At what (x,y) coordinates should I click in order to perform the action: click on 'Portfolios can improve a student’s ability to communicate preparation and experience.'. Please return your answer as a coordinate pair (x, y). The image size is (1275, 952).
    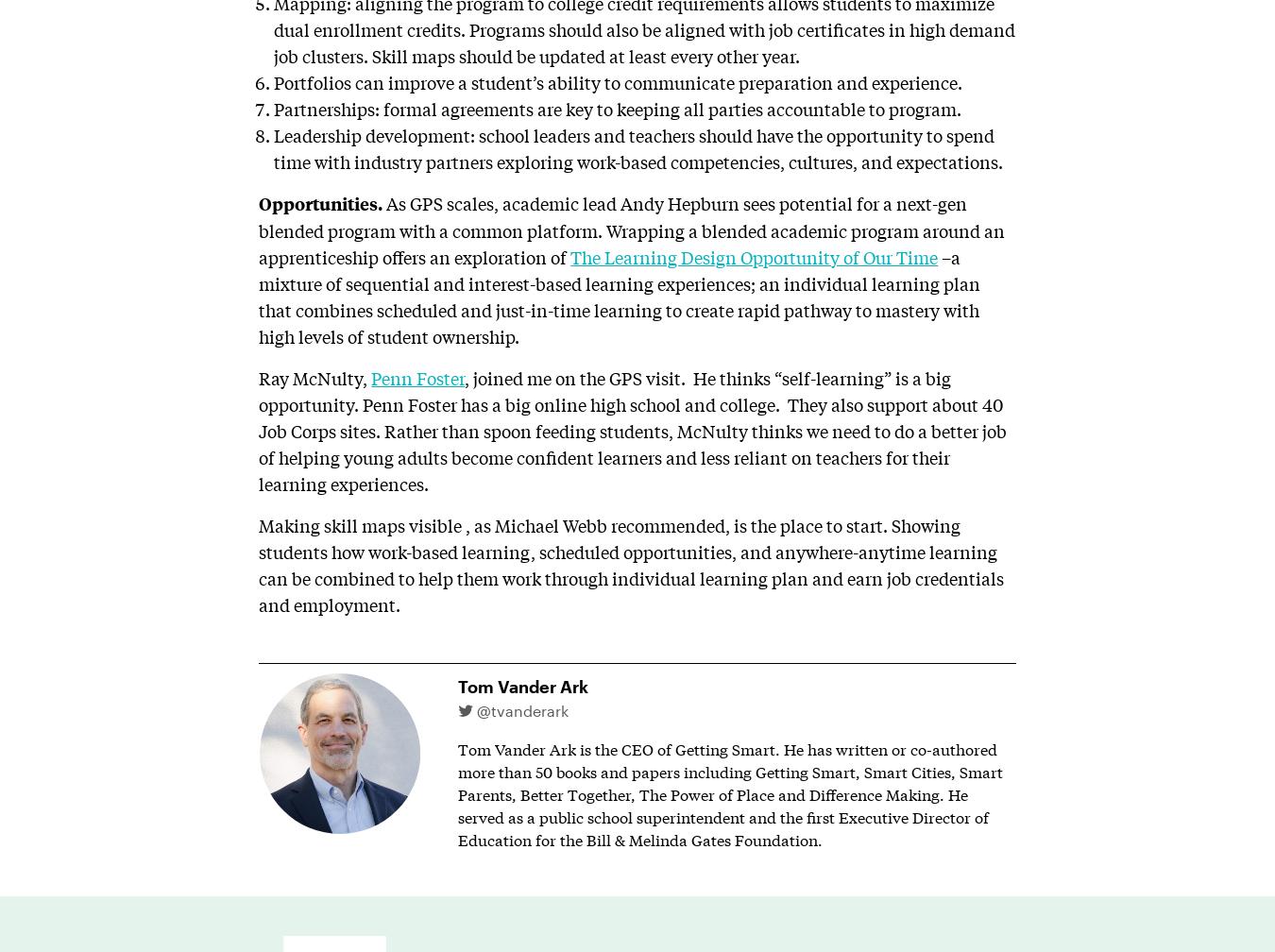
    Looking at the image, I should click on (618, 80).